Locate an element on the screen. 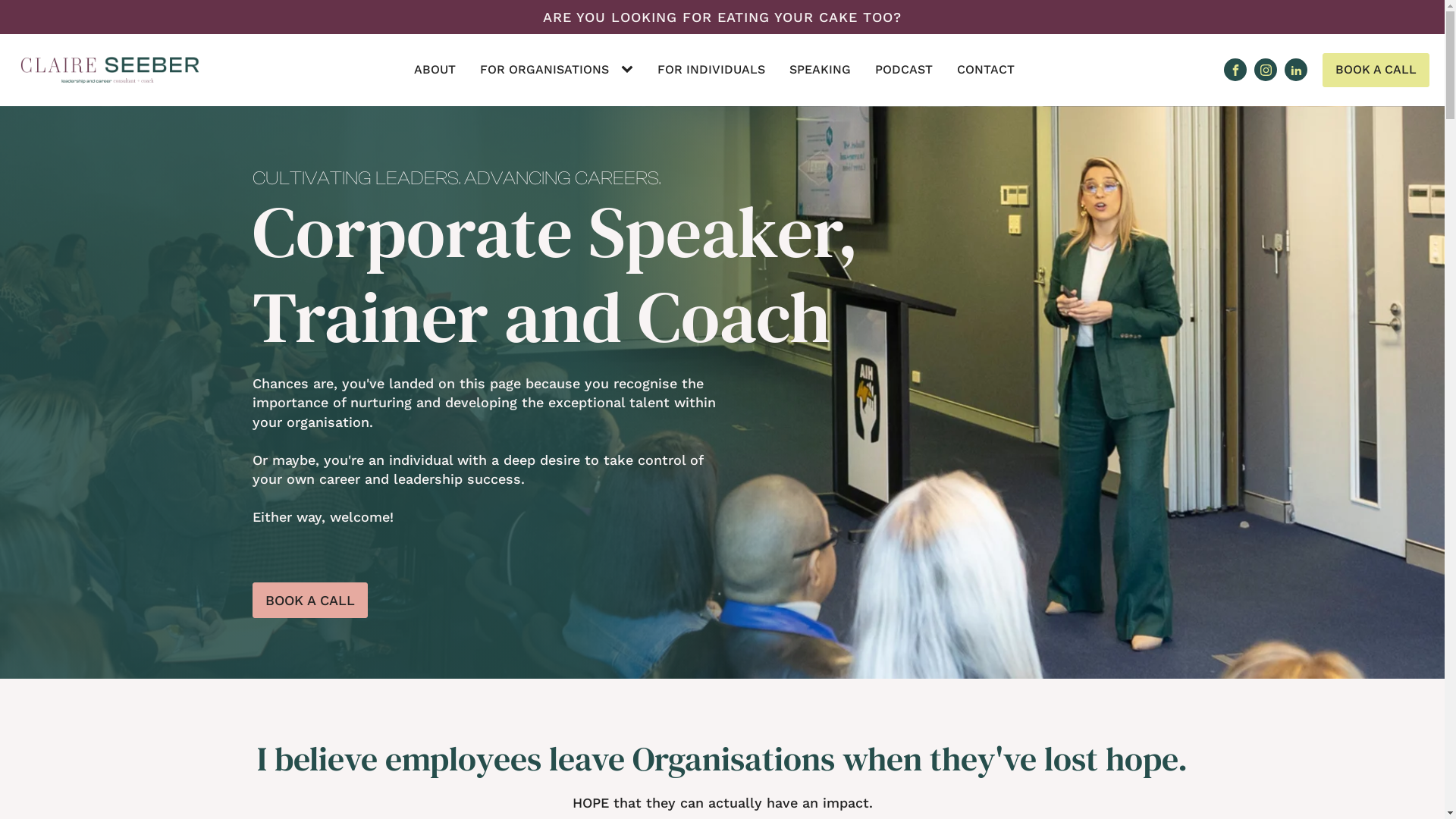 The width and height of the screenshot is (1456, 819). 'FOR ORGANISATIONS' is located at coordinates (544, 70).